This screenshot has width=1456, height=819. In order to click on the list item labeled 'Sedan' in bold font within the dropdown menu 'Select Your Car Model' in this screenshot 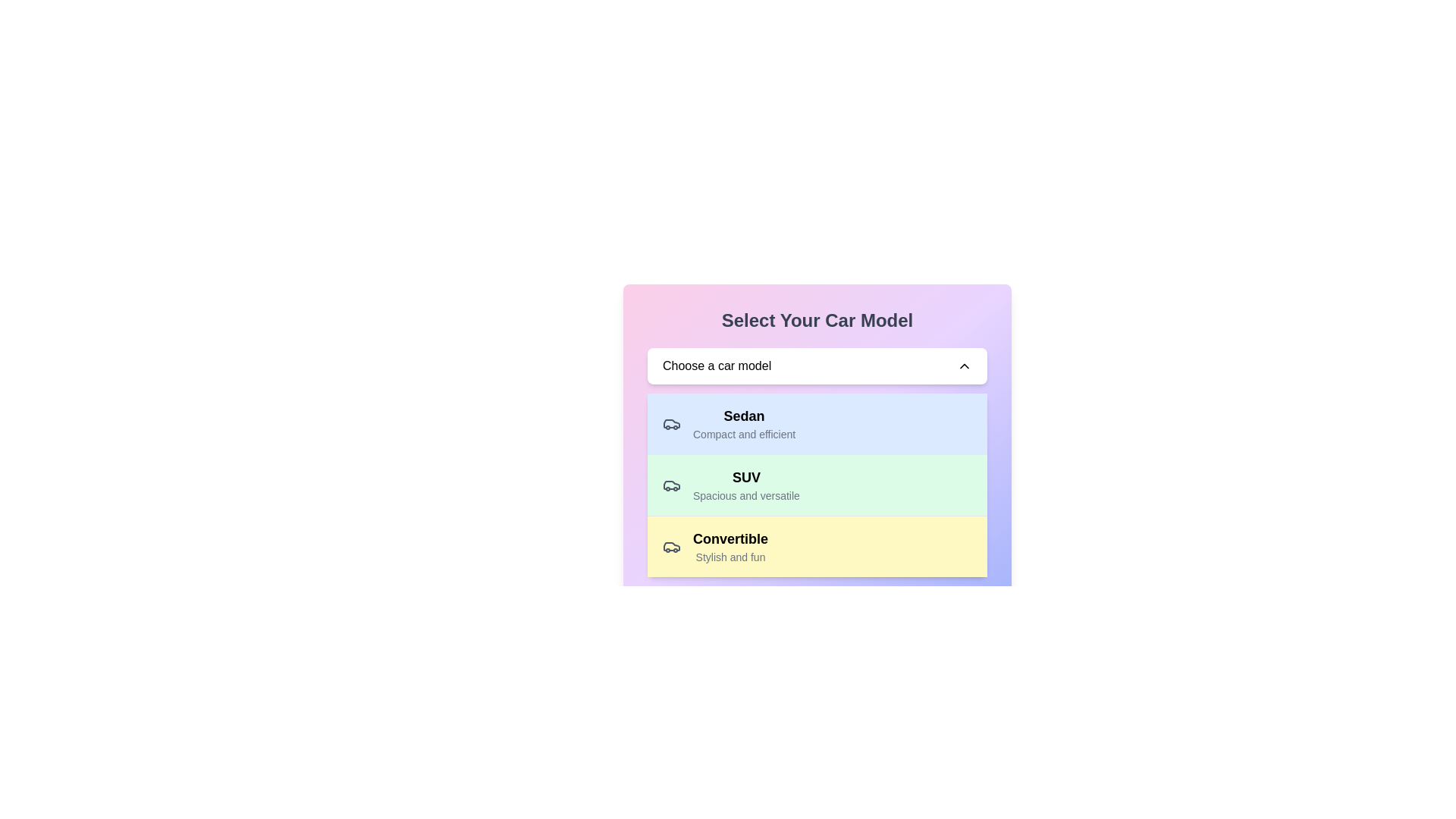, I will do `click(744, 424)`.